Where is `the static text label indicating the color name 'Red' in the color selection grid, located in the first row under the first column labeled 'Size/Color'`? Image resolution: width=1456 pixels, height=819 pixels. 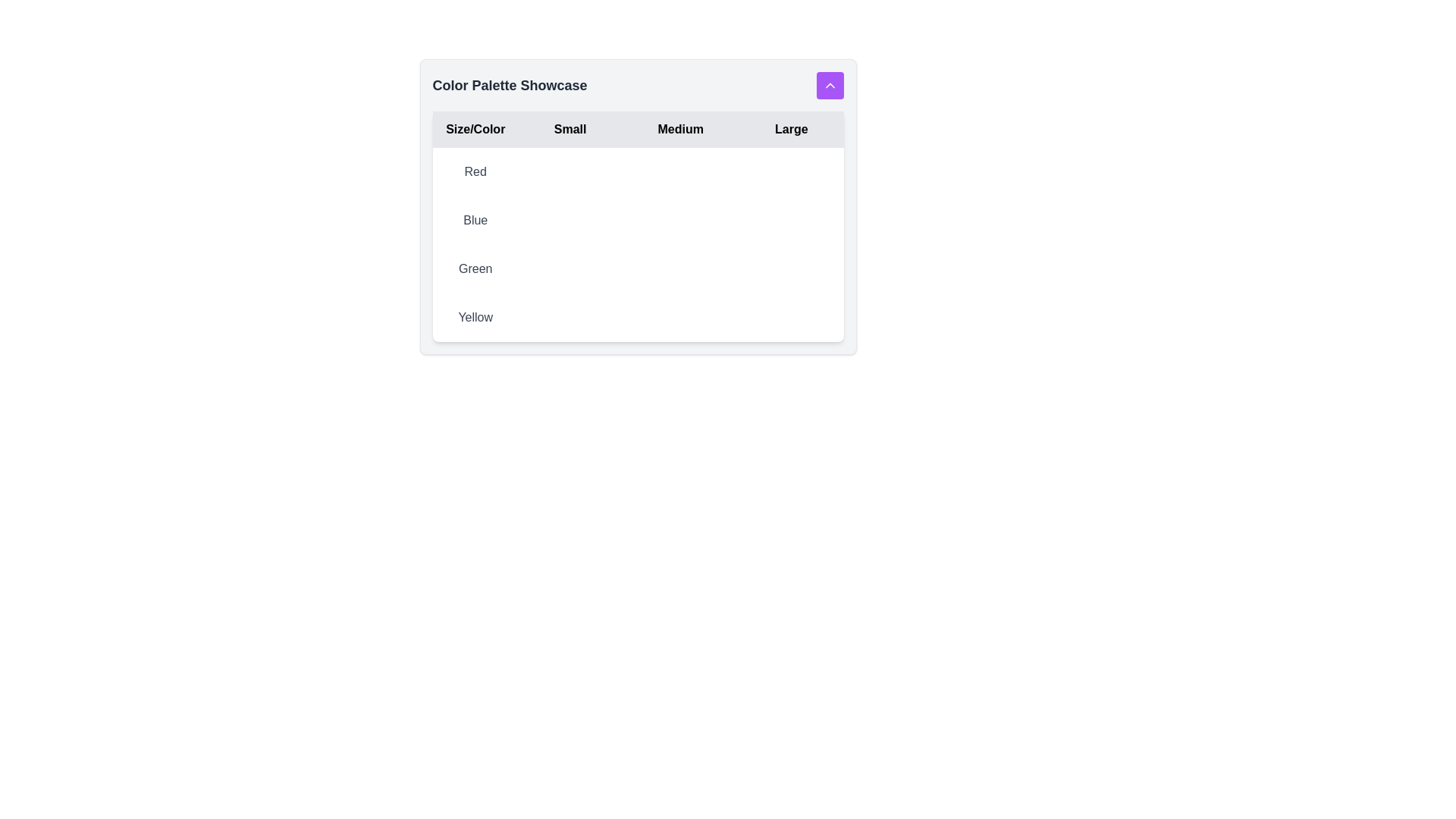
the static text label indicating the color name 'Red' in the color selection grid, located in the first row under the first column labeled 'Size/Color' is located at coordinates (475, 171).